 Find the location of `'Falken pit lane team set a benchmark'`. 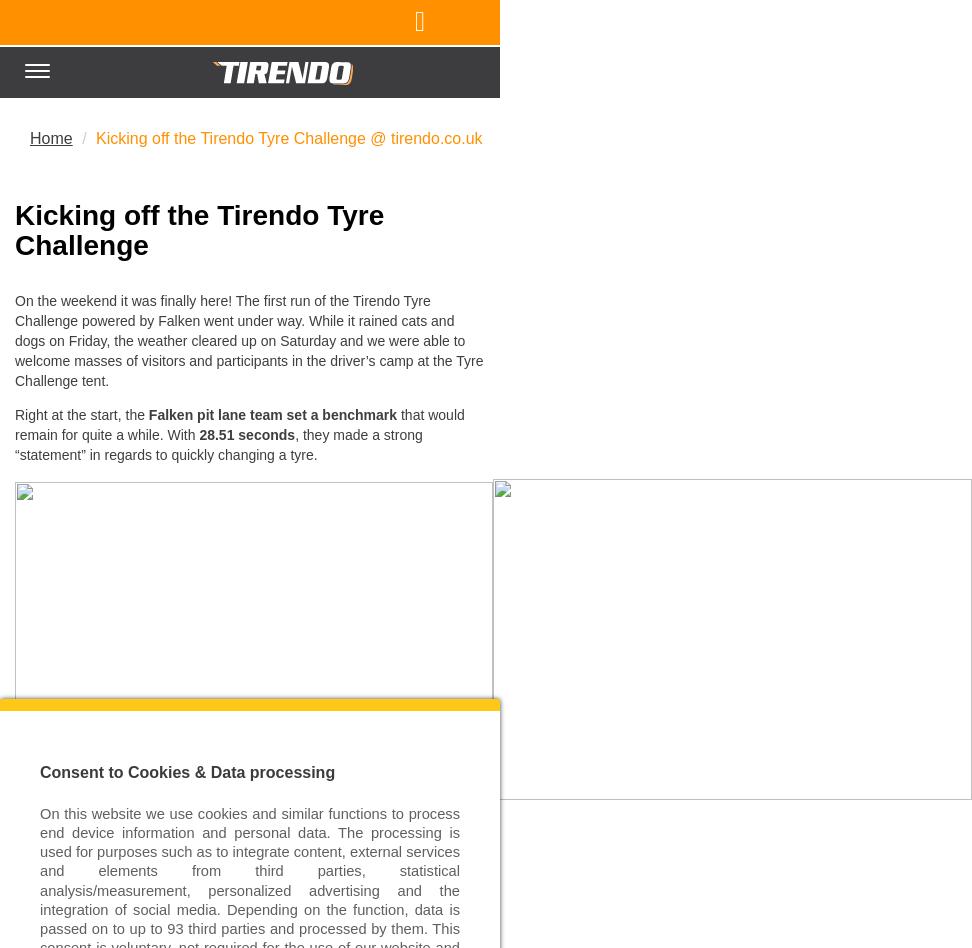

'Falken pit lane team set a benchmark' is located at coordinates (272, 412).